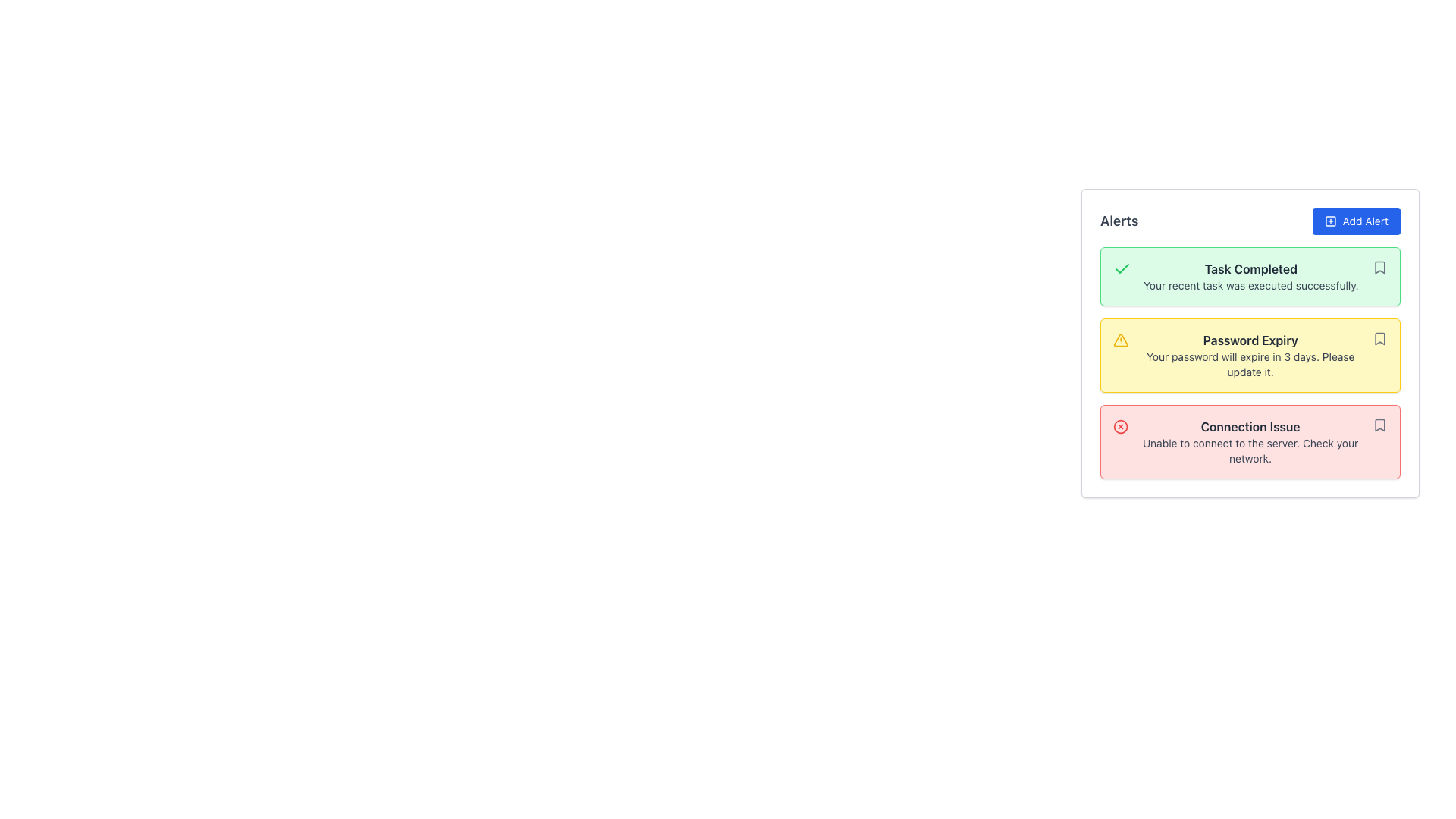 The width and height of the screenshot is (1456, 819). Describe the element at coordinates (1250, 356) in the screenshot. I see `text notification titled 'Password Expiry' that indicates 'Your password will expire in 3 days. Please update it.'` at that location.